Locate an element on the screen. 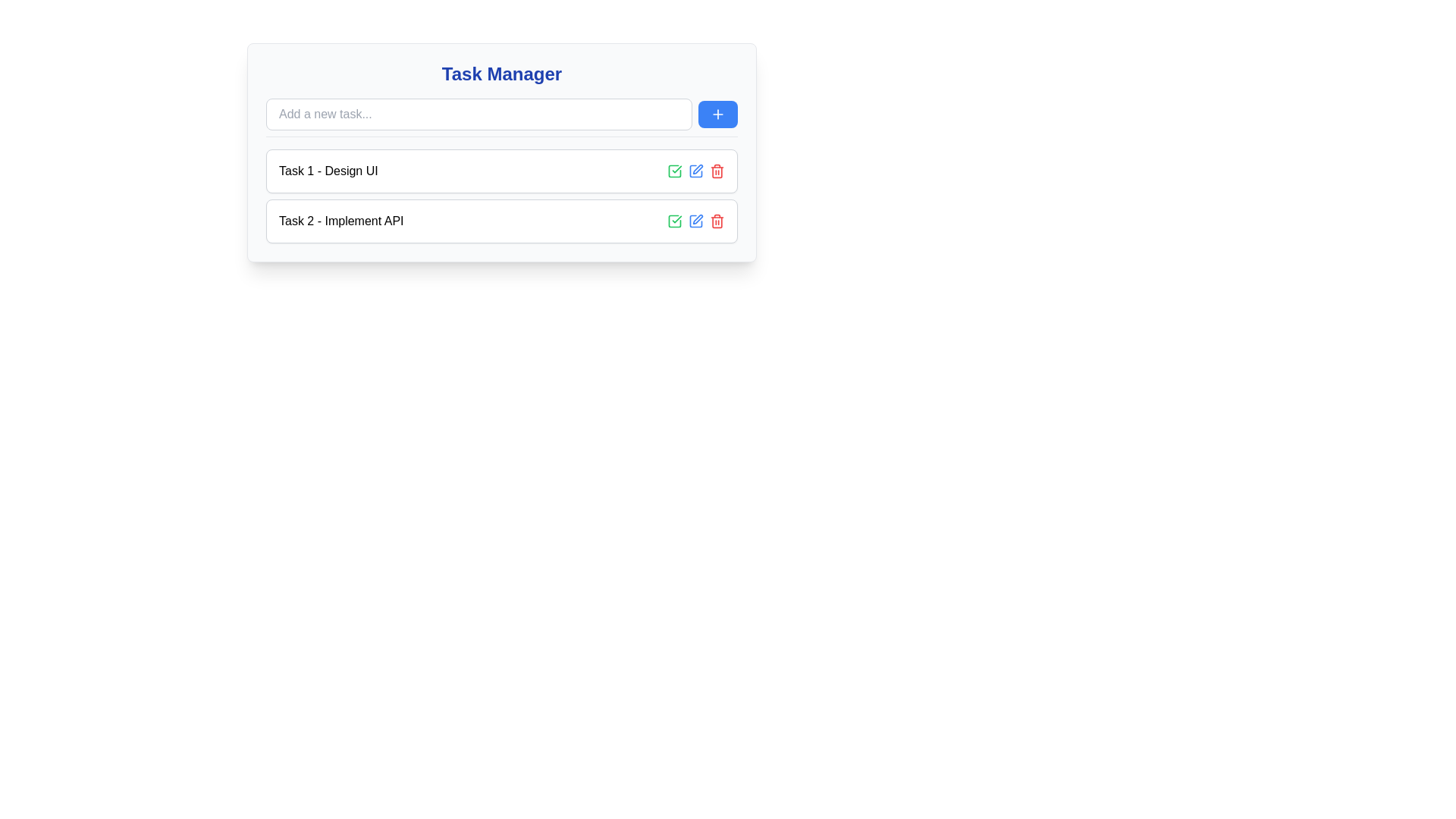 The width and height of the screenshot is (1456, 819). the static text element that displays the task name, positioned below 'Task 1 - Design UI' in the interface is located at coordinates (340, 221).